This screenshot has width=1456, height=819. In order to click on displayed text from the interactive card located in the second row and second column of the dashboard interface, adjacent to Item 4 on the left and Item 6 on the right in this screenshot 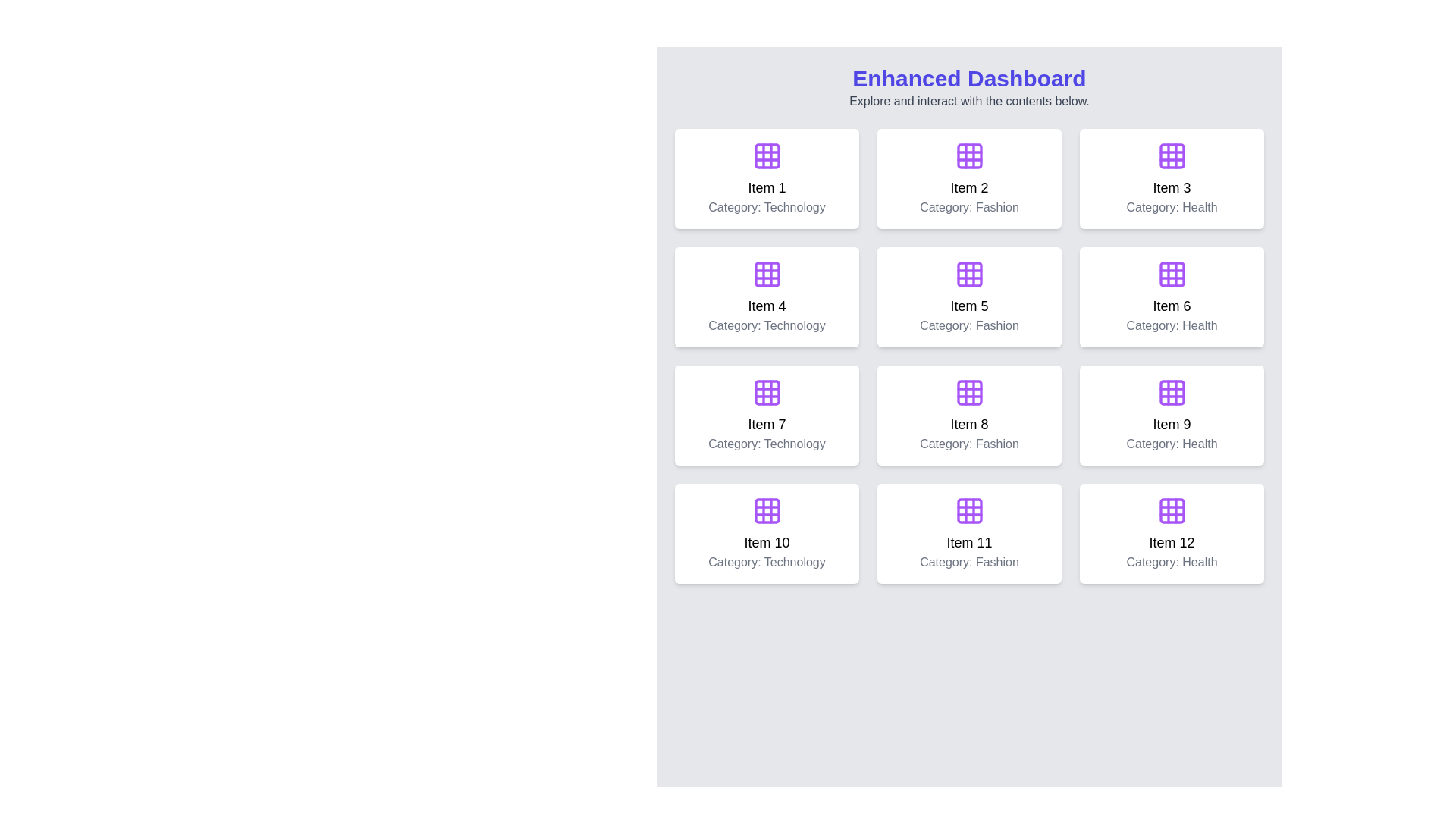, I will do `click(968, 297)`.